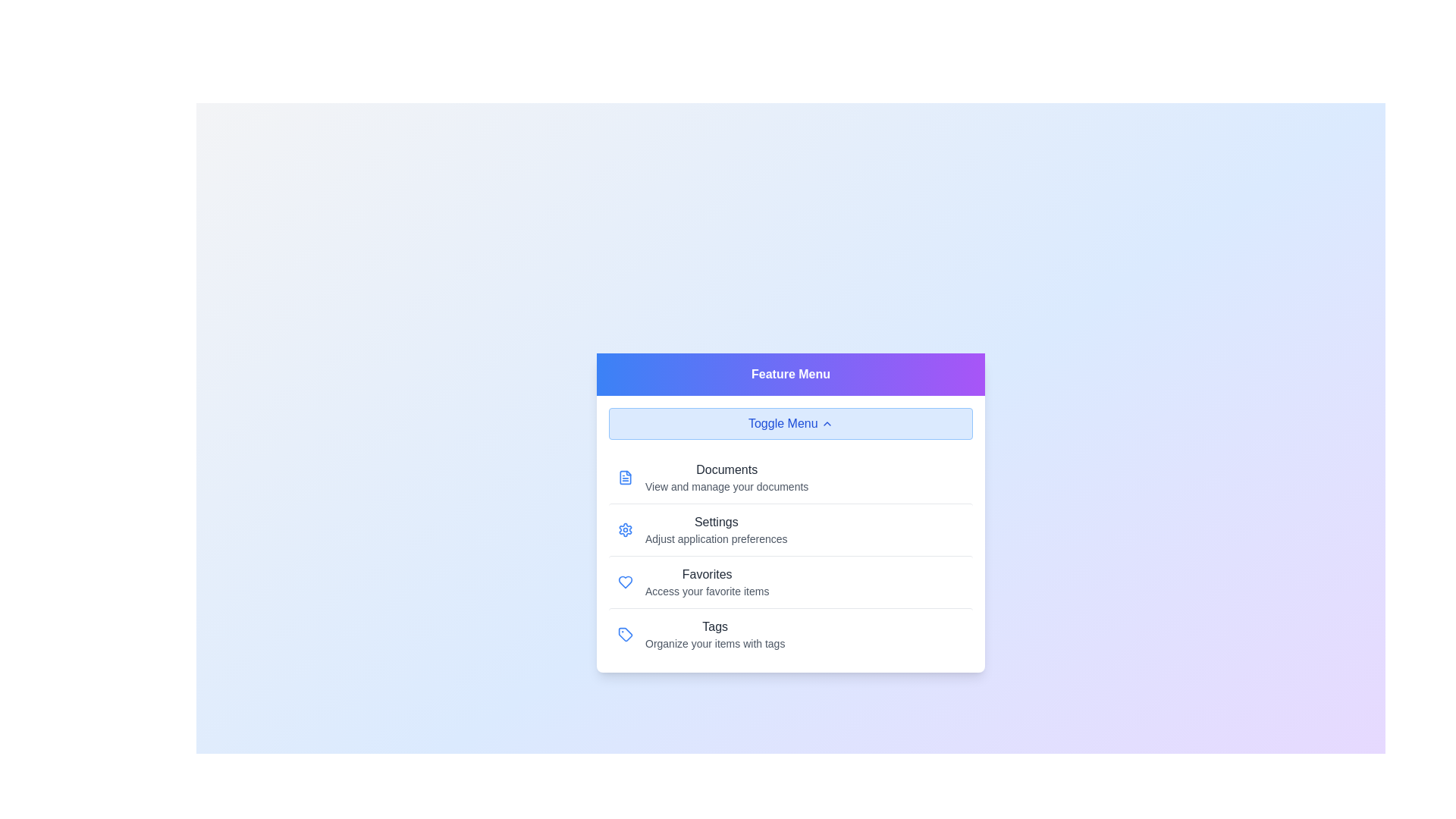  Describe the element at coordinates (726, 475) in the screenshot. I see `the text element labeled 'Documents' to select it` at that location.